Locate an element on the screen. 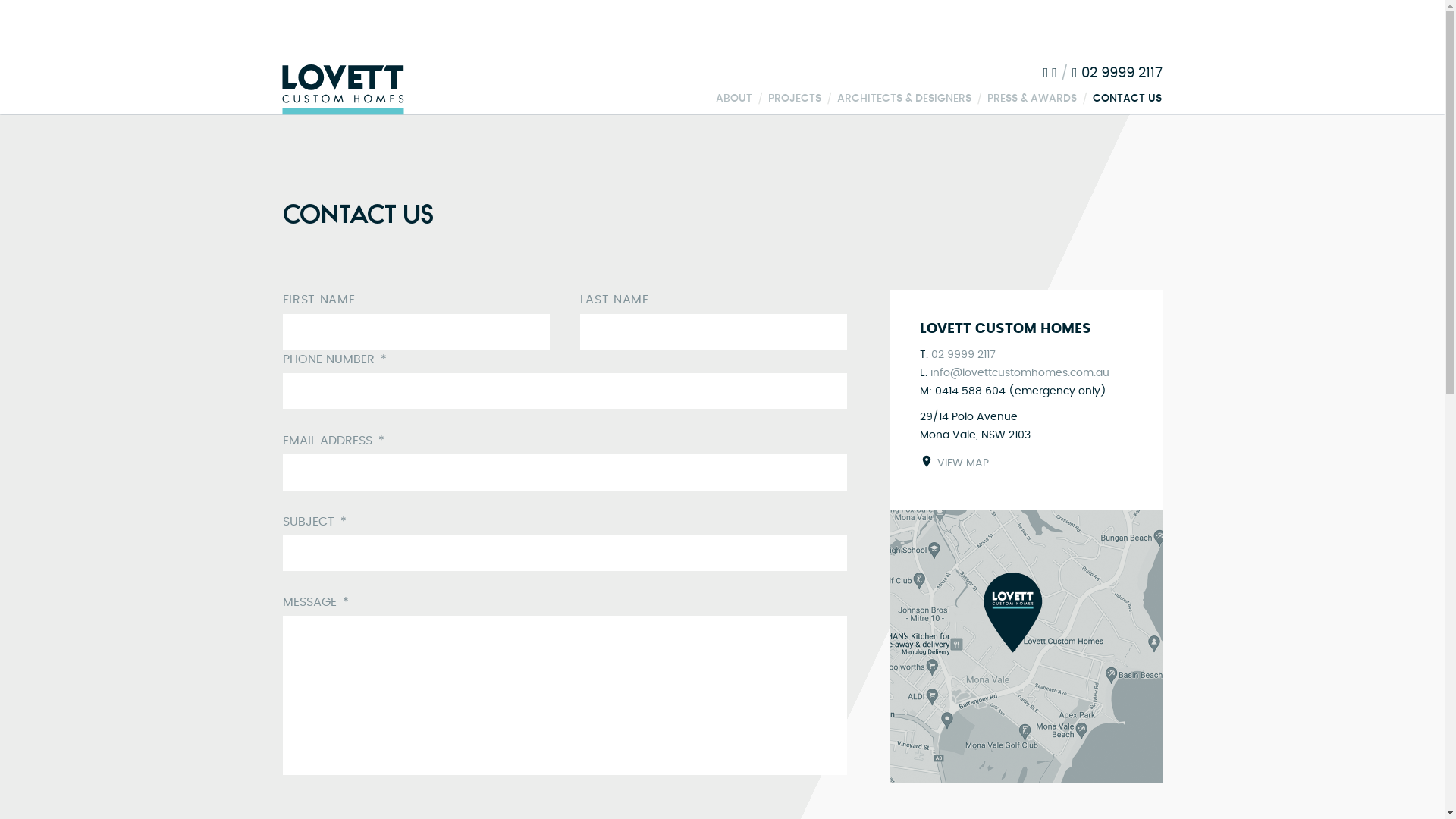 This screenshot has width=1456, height=819. 'CONTACT US' is located at coordinates (1126, 98).